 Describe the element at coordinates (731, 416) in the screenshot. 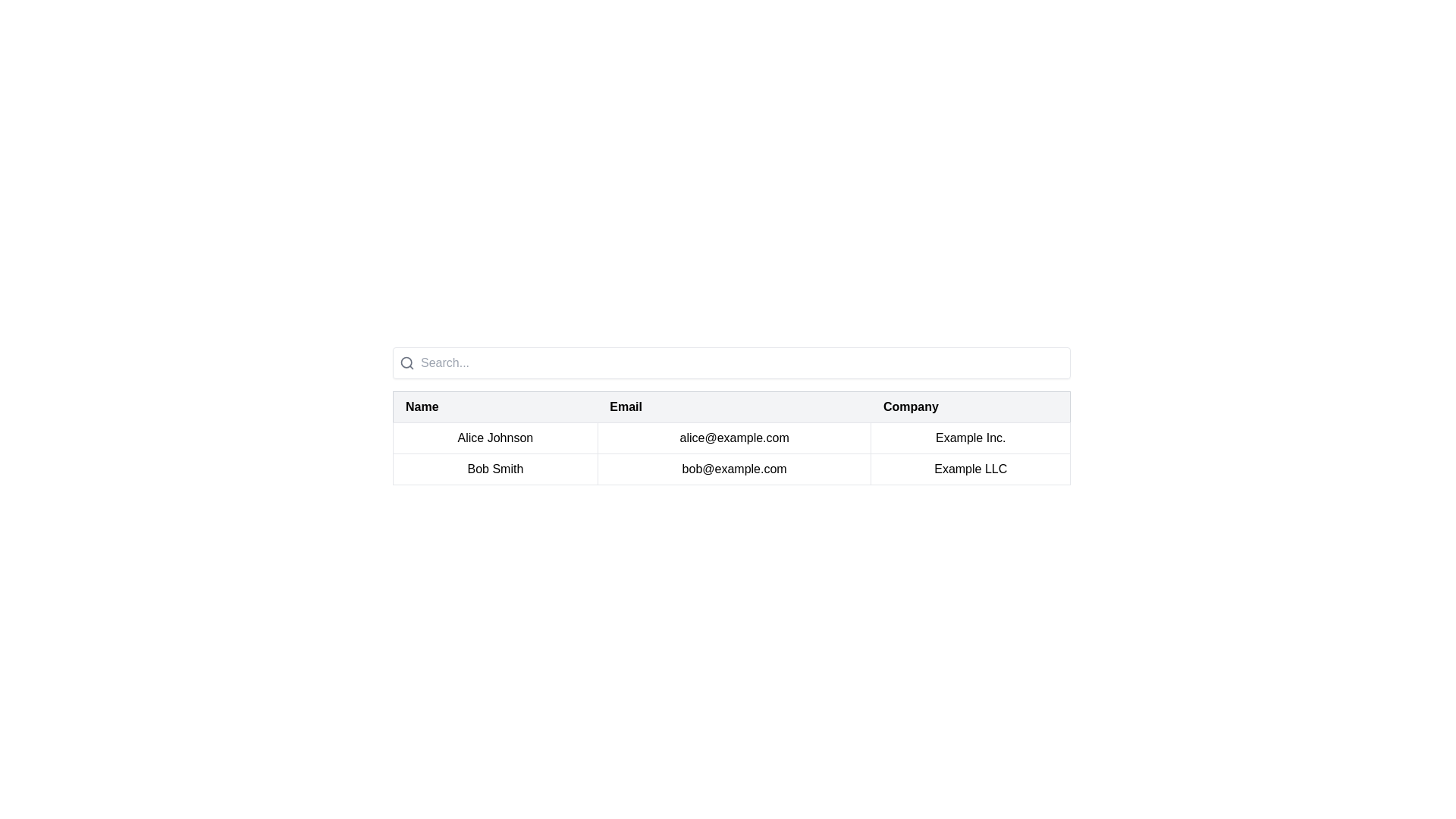

I see `specific cells within the data grid displaying names, emails, and companies, located centrally beneath the search bar` at that location.